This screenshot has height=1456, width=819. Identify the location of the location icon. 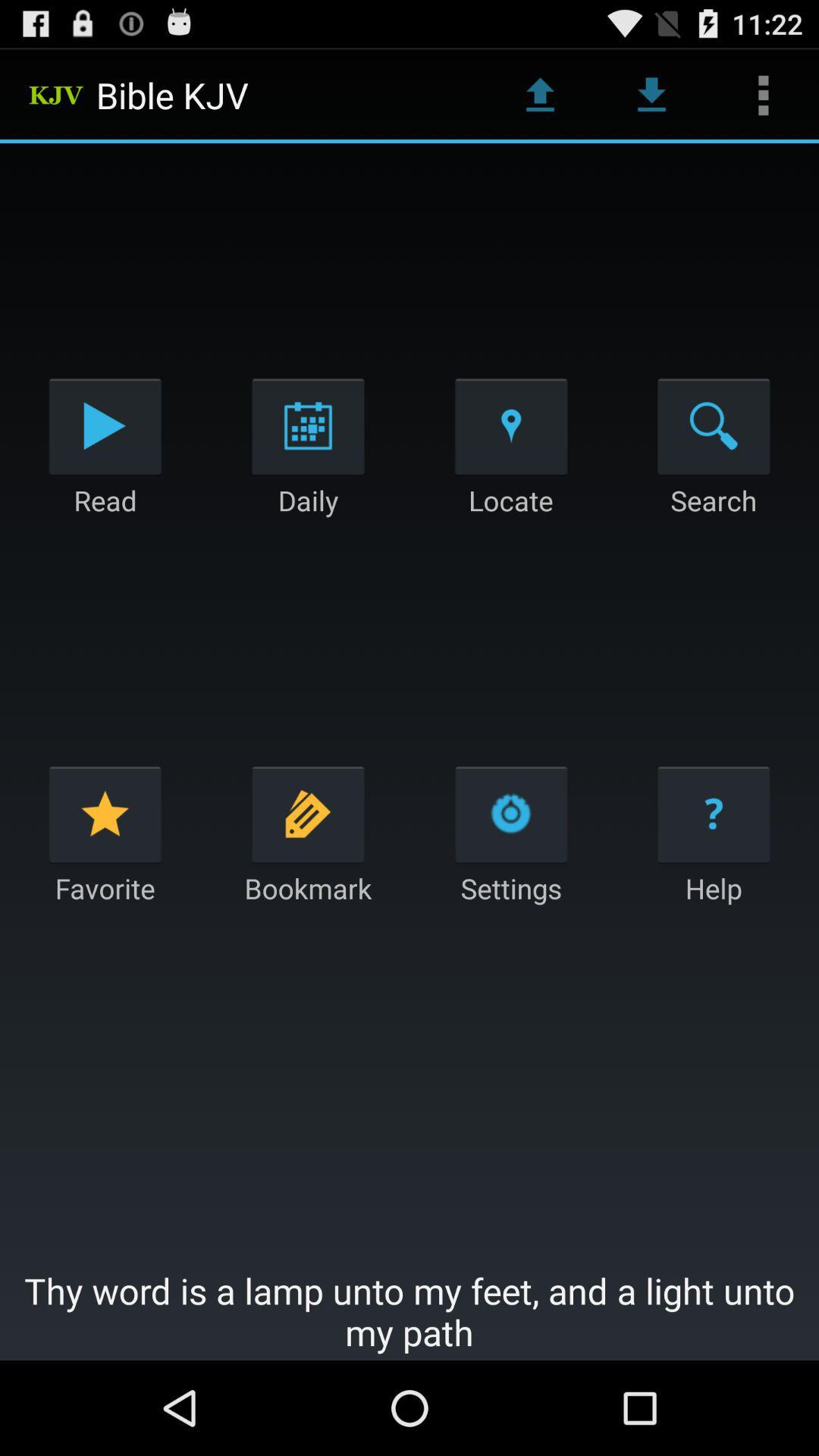
(511, 455).